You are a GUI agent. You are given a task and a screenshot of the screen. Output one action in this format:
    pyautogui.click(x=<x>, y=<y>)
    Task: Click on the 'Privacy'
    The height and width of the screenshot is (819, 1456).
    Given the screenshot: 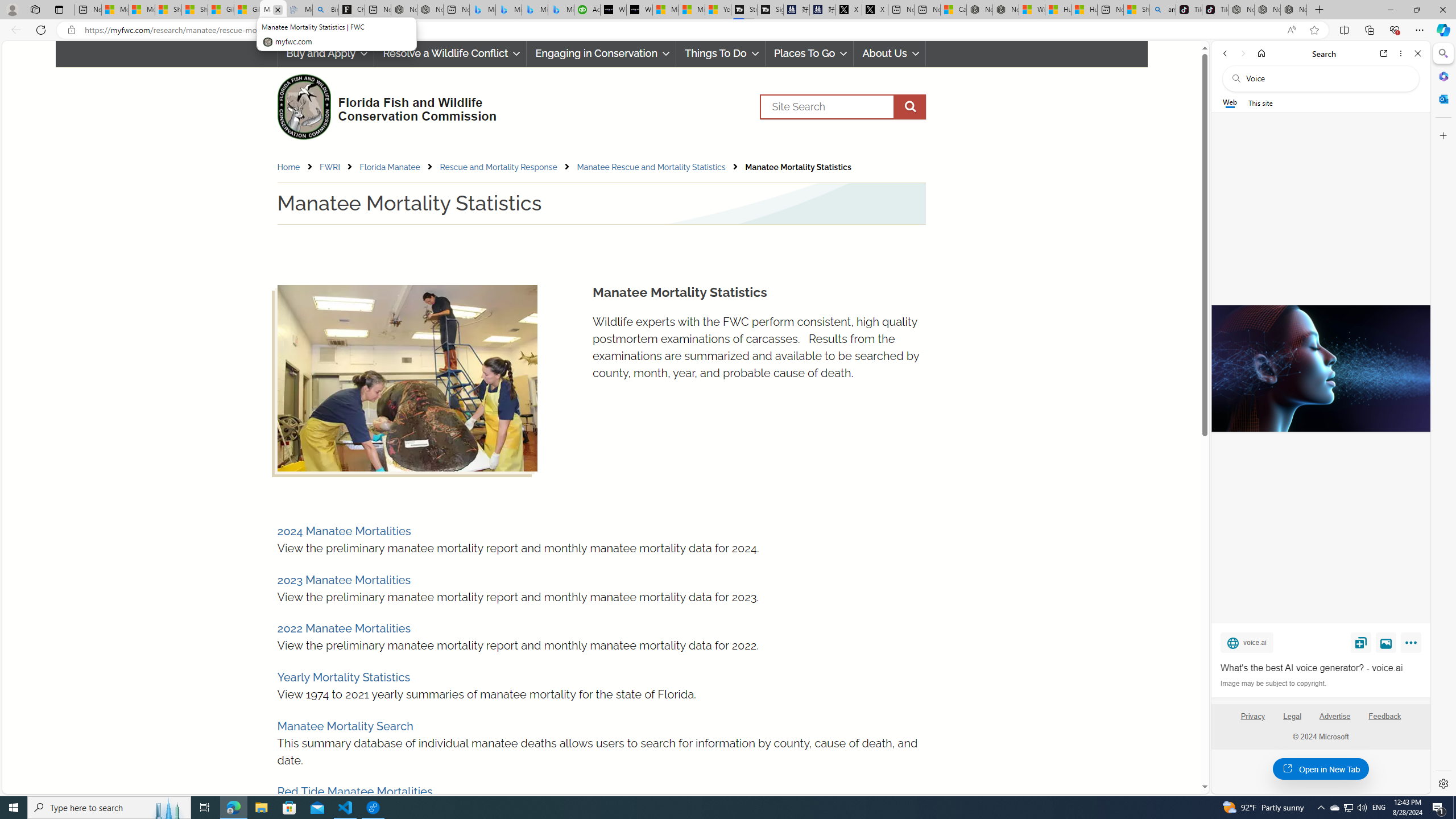 What is the action you would take?
    pyautogui.click(x=1252, y=716)
    